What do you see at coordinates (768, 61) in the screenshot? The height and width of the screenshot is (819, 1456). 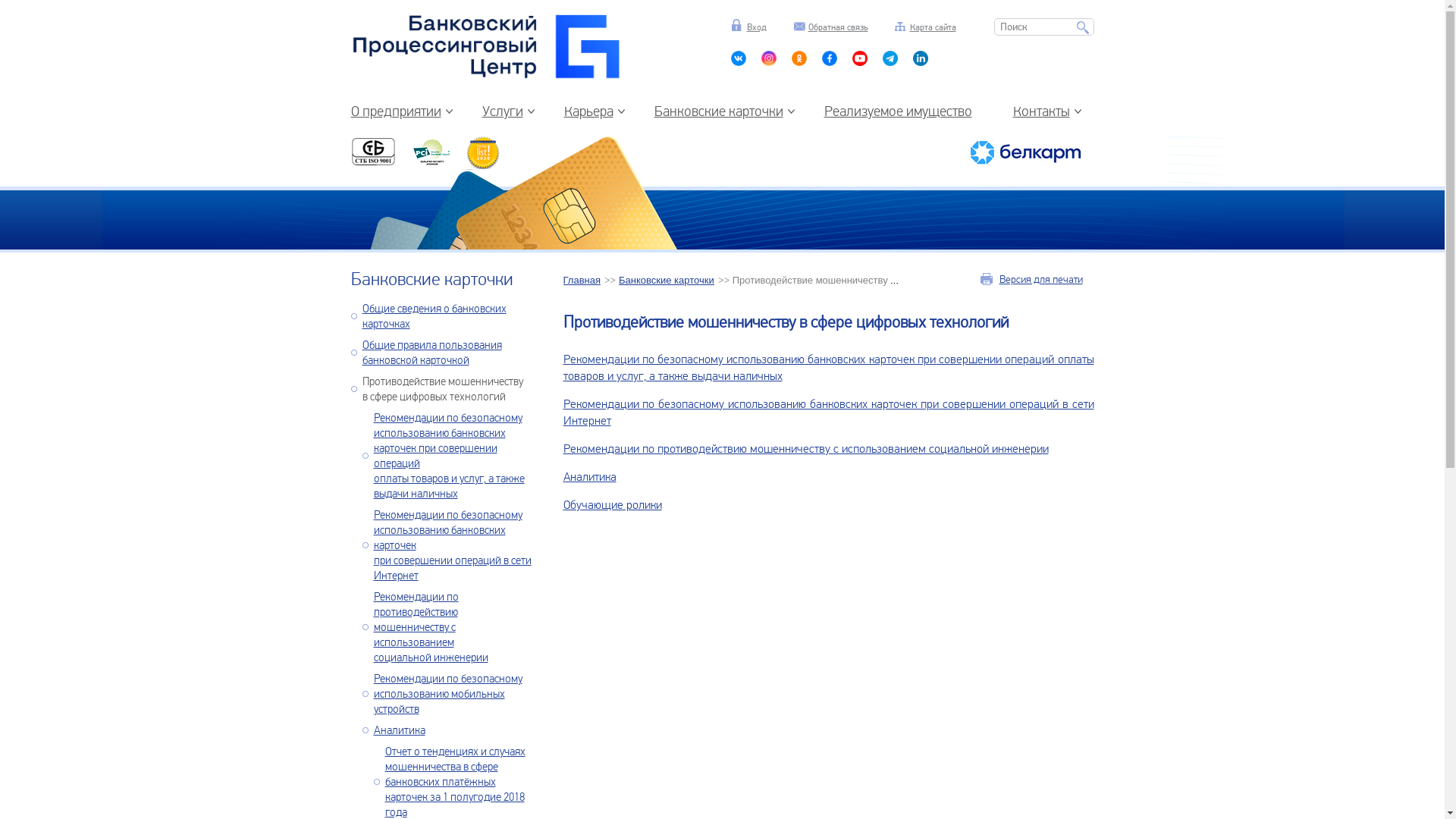 I see `'Instagram'` at bounding box center [768, 61].